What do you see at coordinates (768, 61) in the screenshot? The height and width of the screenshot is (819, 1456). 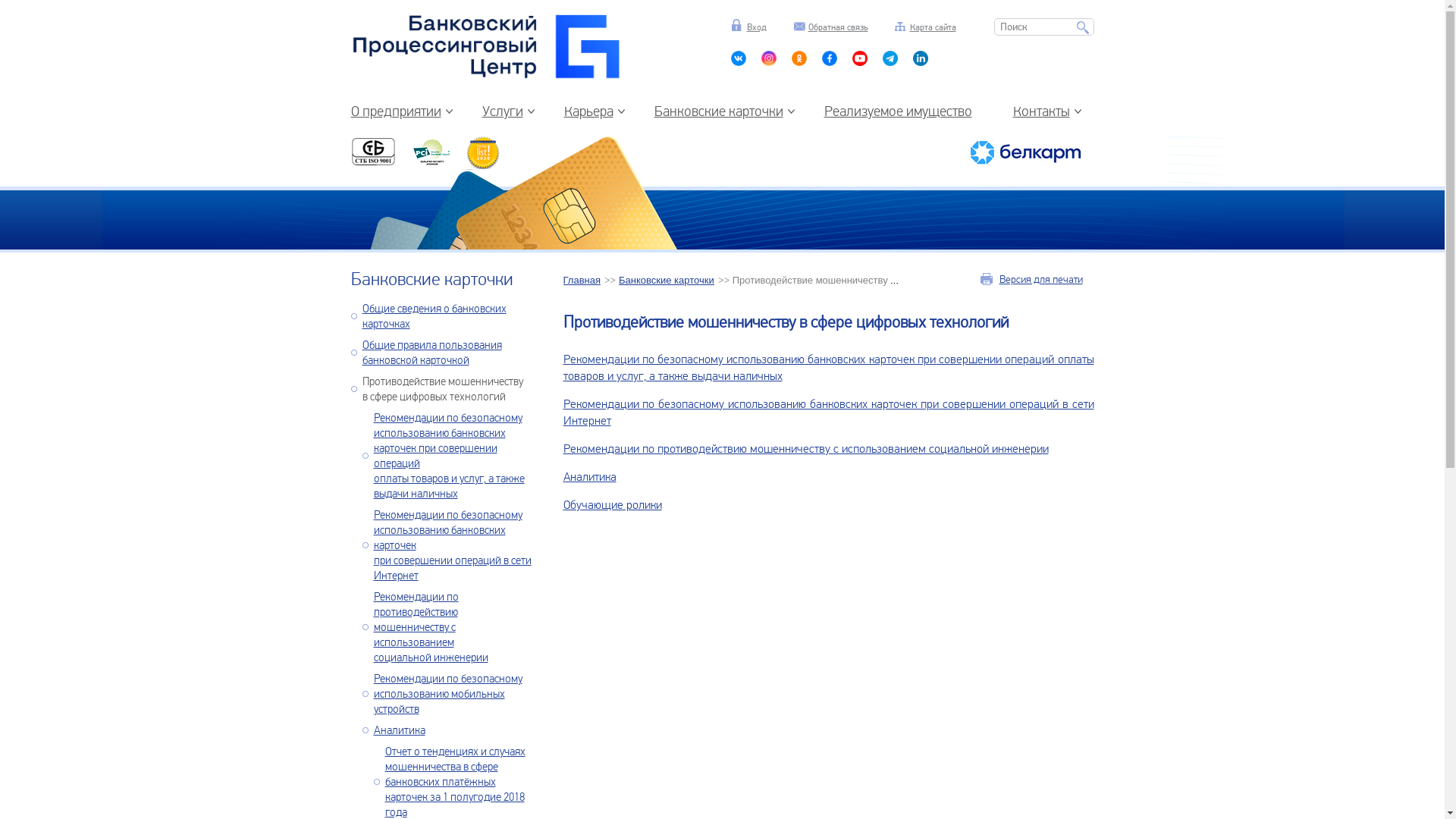 I see `'Instagram'` at bounding box center [768, 61].